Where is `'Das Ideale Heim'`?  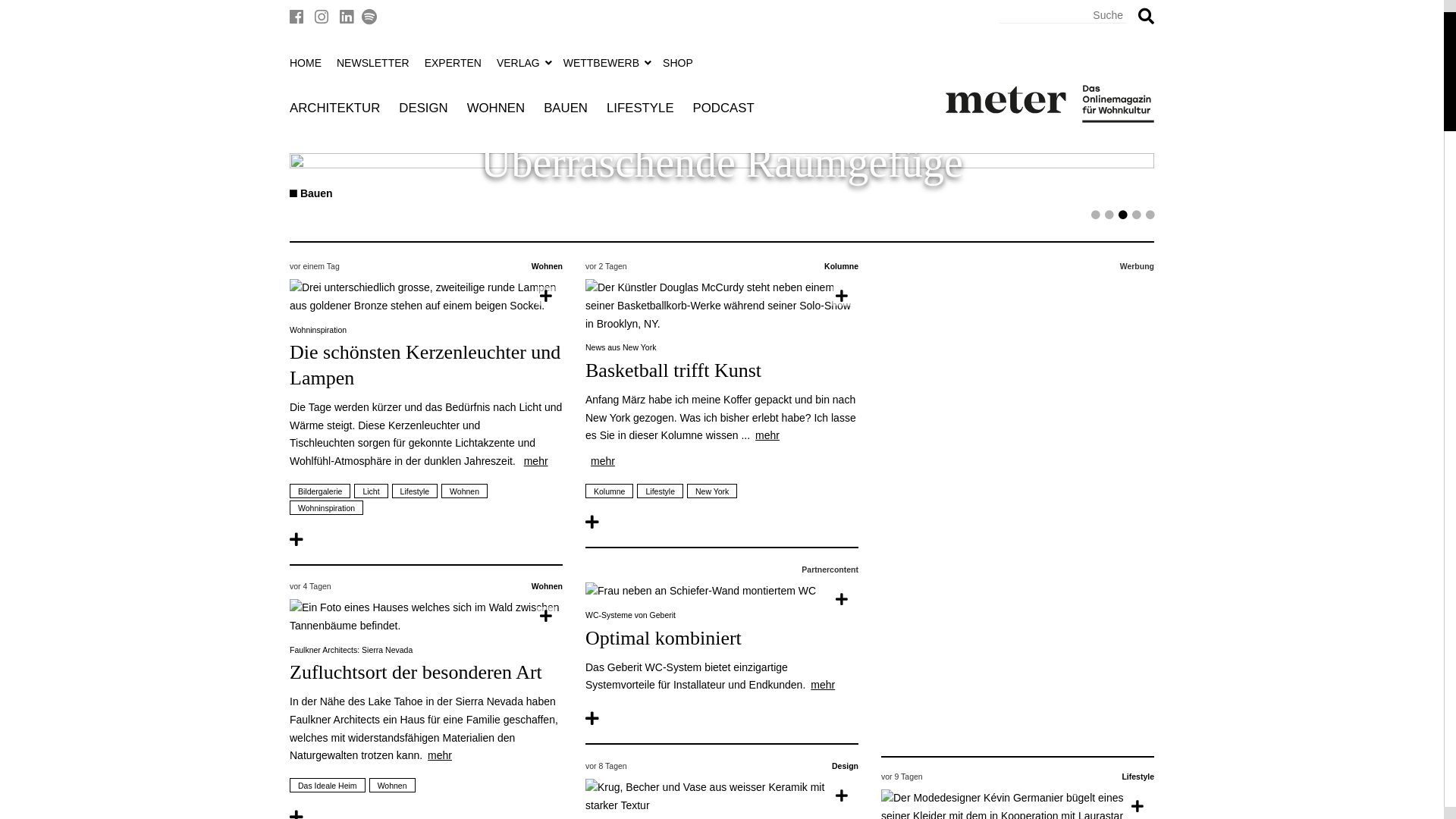 'Das Ideale Heim' is located at coordinates (327, 785).